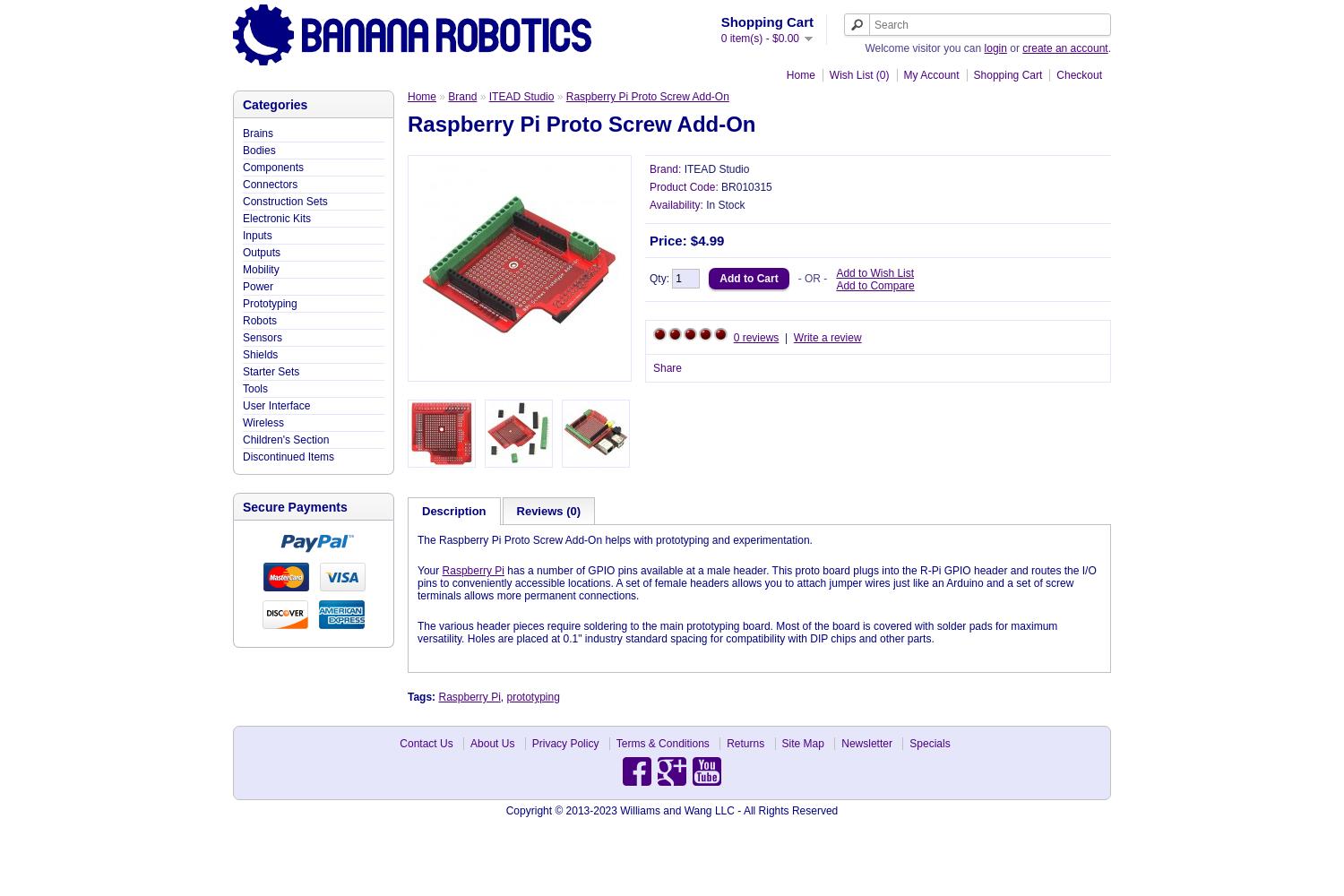  What do you see at coordinates (564, 743) in the screenshot?
I see `'Privacy Policy'` at bounding box center [564, 743].